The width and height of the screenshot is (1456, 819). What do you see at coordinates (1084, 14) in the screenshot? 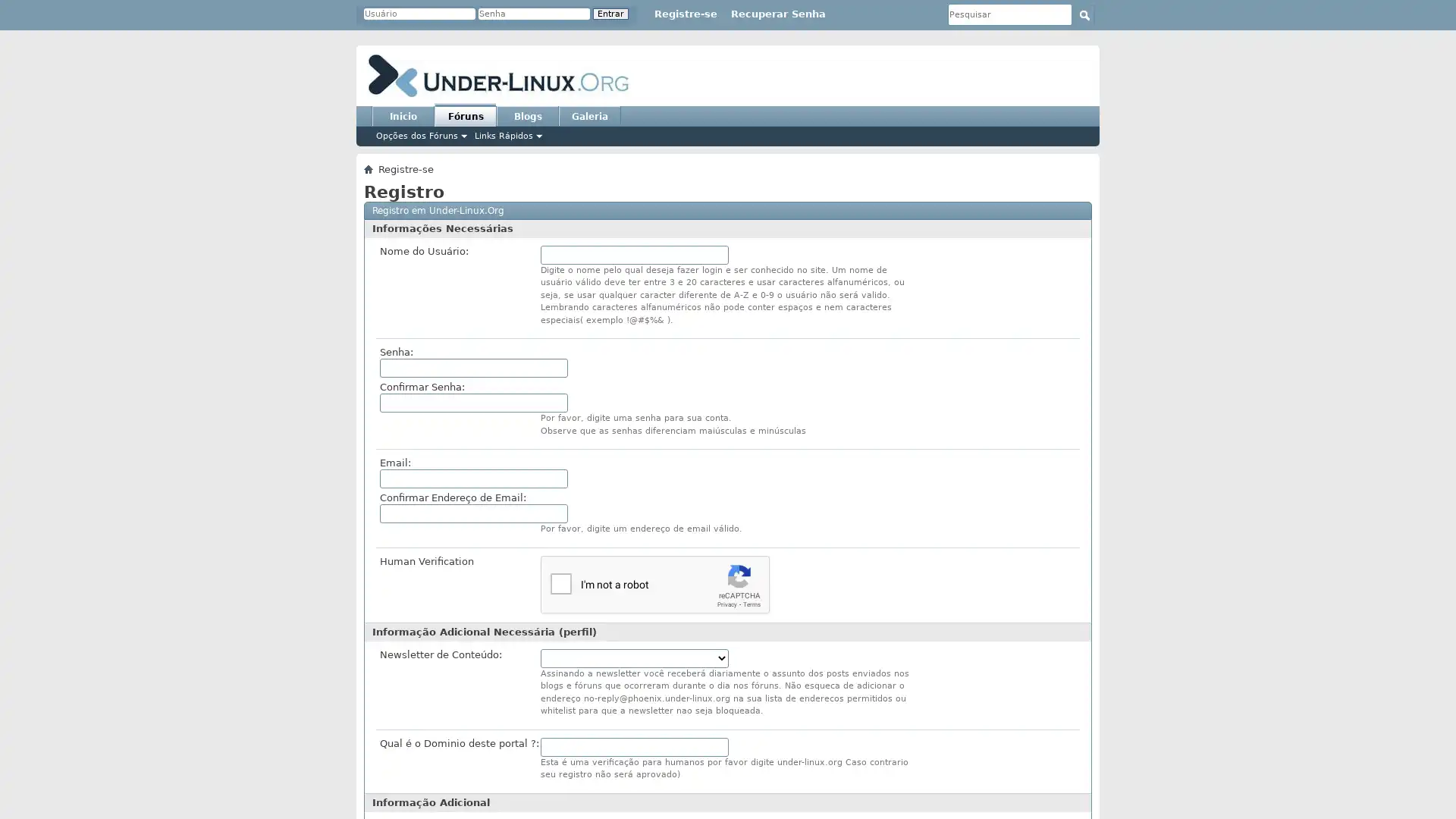
I see `Submit` at bounding box center [1084, 14].